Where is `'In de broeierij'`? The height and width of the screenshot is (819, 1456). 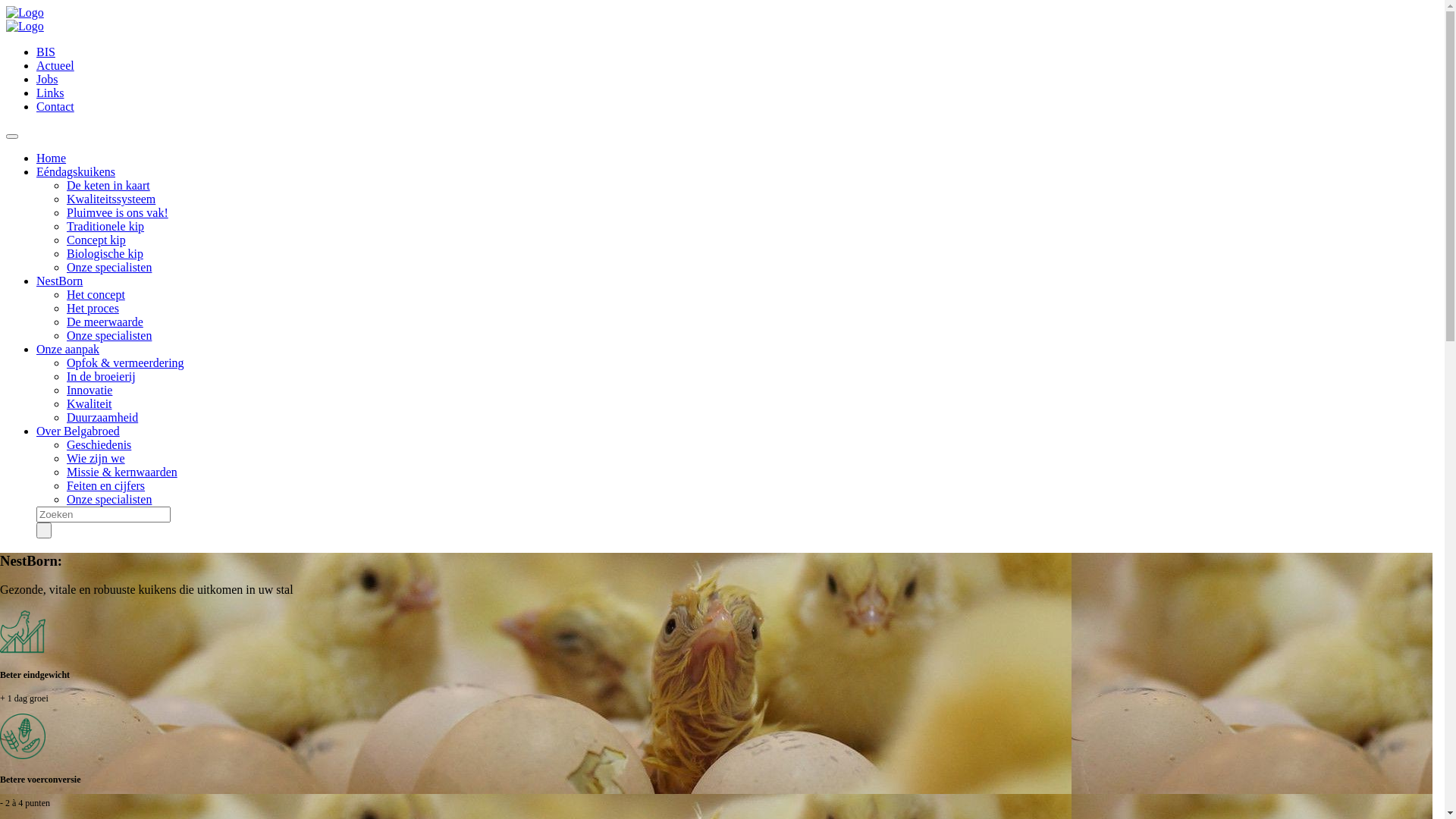
'In de broeierij' is located at coordinates (65, 375).